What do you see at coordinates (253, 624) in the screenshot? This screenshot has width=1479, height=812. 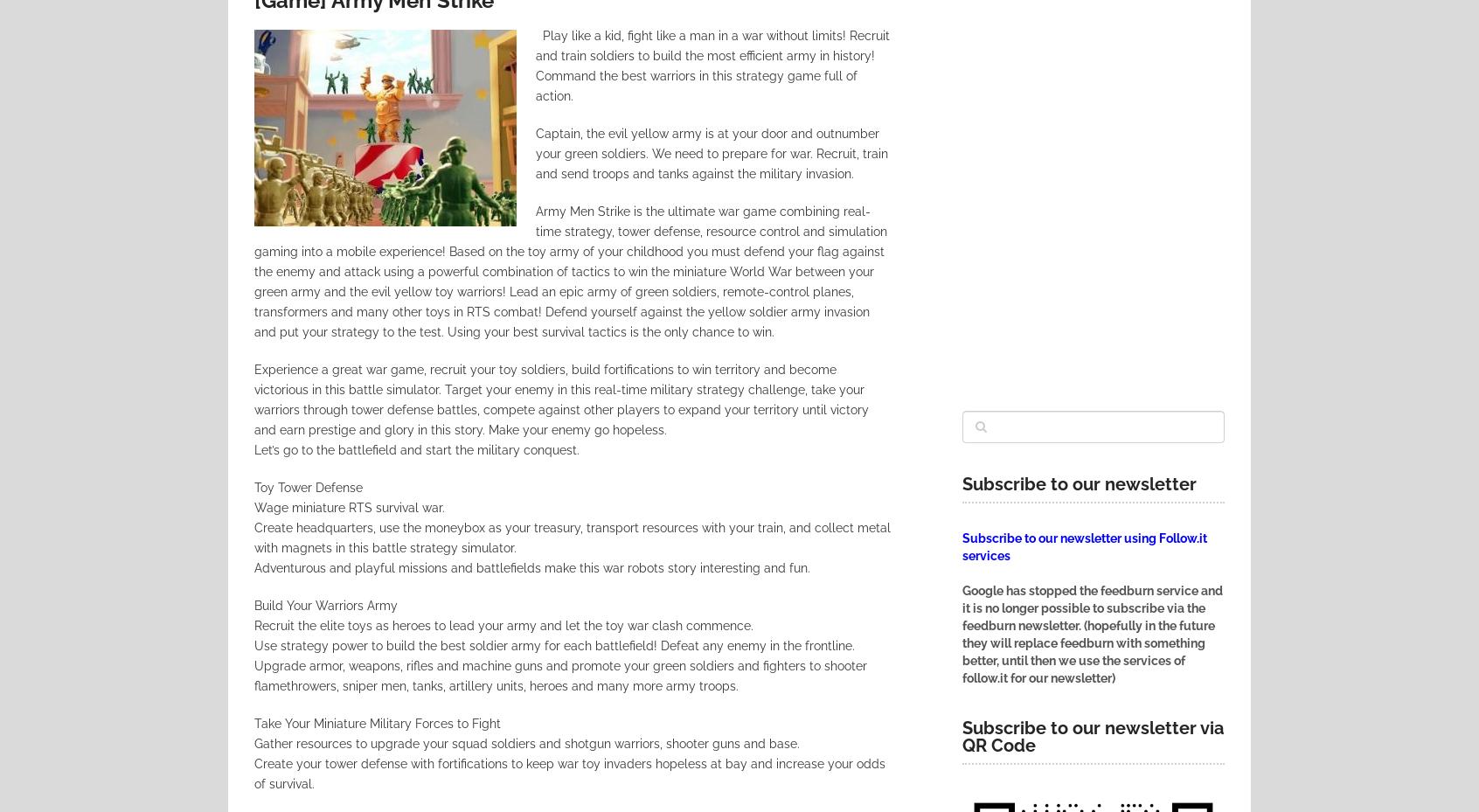 I see `'Recruit the elite toys as heroes to lead your army and let the toy war clash commence.'` at bounding box center [253, 624].